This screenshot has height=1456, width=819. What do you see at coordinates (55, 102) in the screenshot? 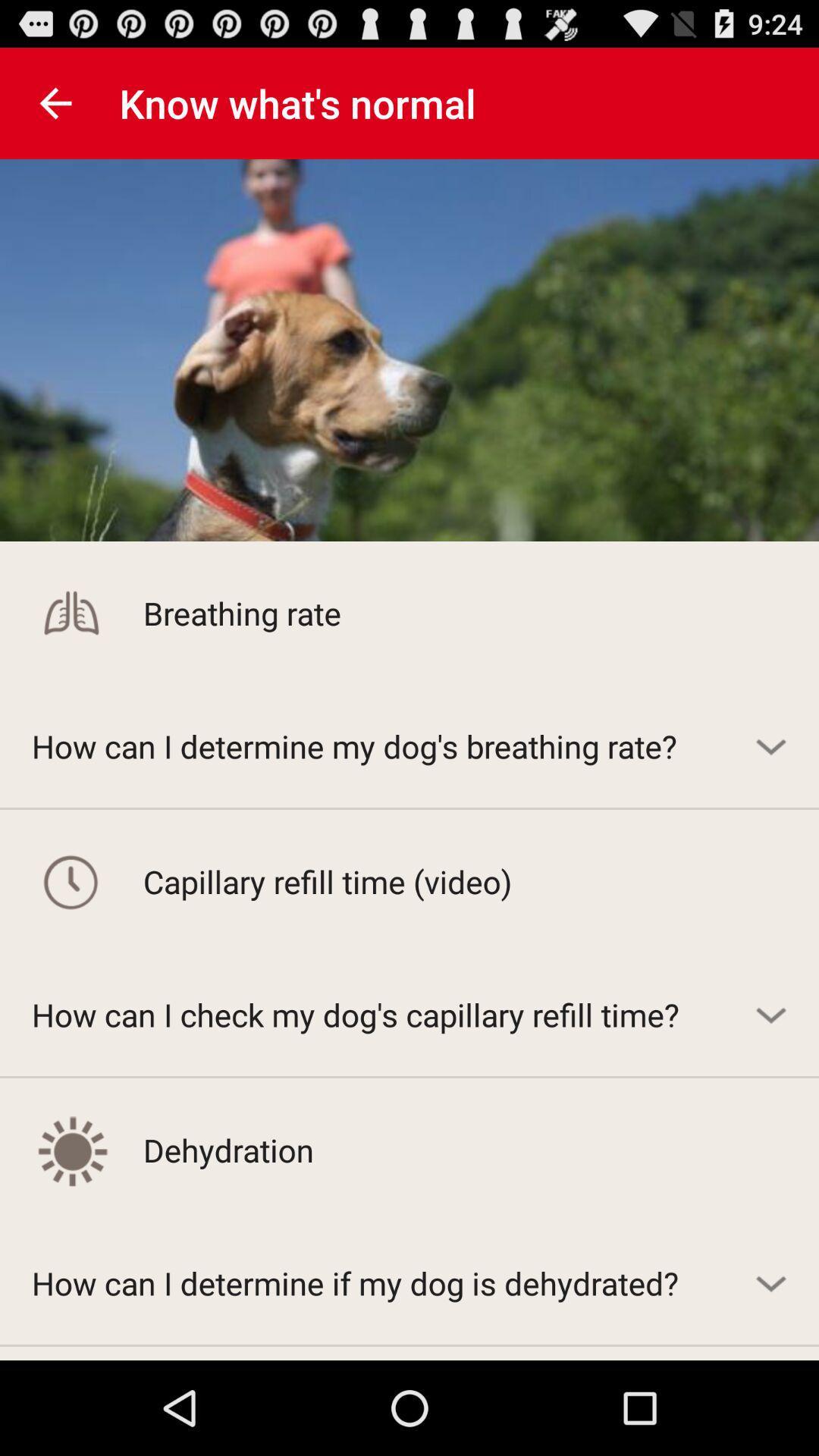
I see `icon to the left of know what s icon` at bounding box center [55, 102].